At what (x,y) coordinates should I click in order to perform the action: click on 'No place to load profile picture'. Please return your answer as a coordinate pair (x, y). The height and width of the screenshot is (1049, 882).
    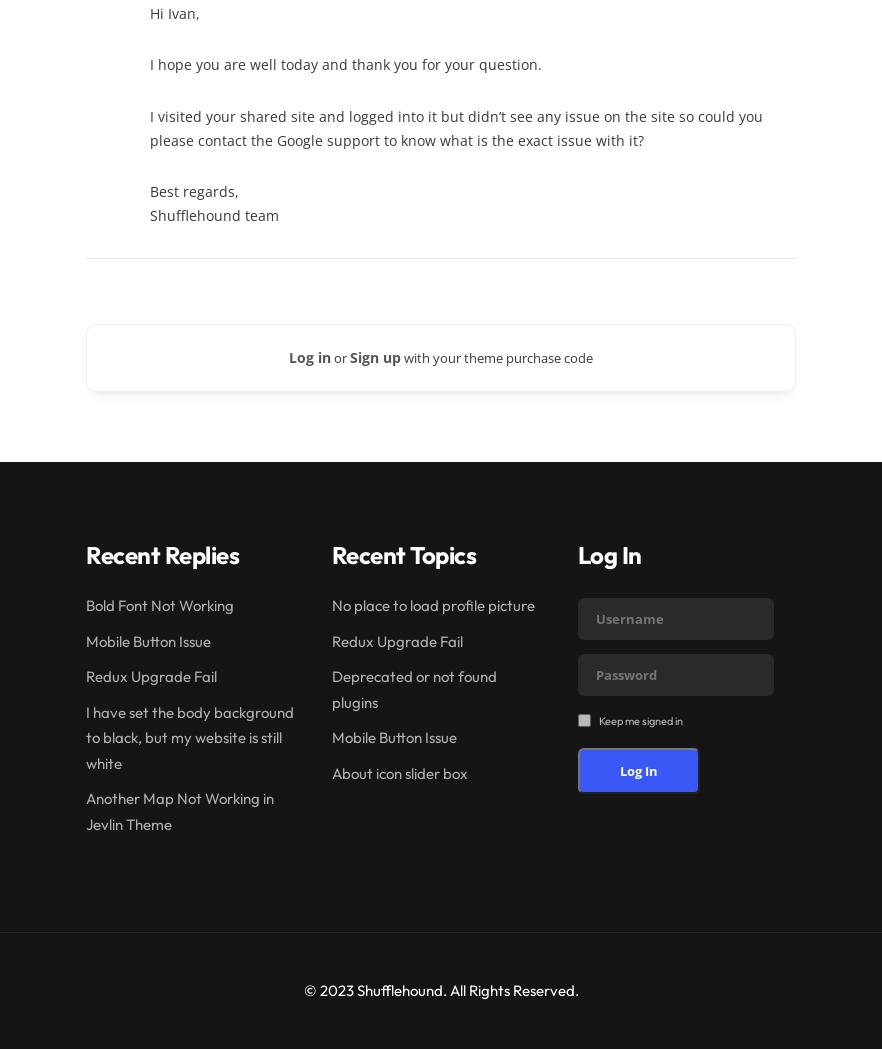
    Looking at the image, I should click on (331, 604).